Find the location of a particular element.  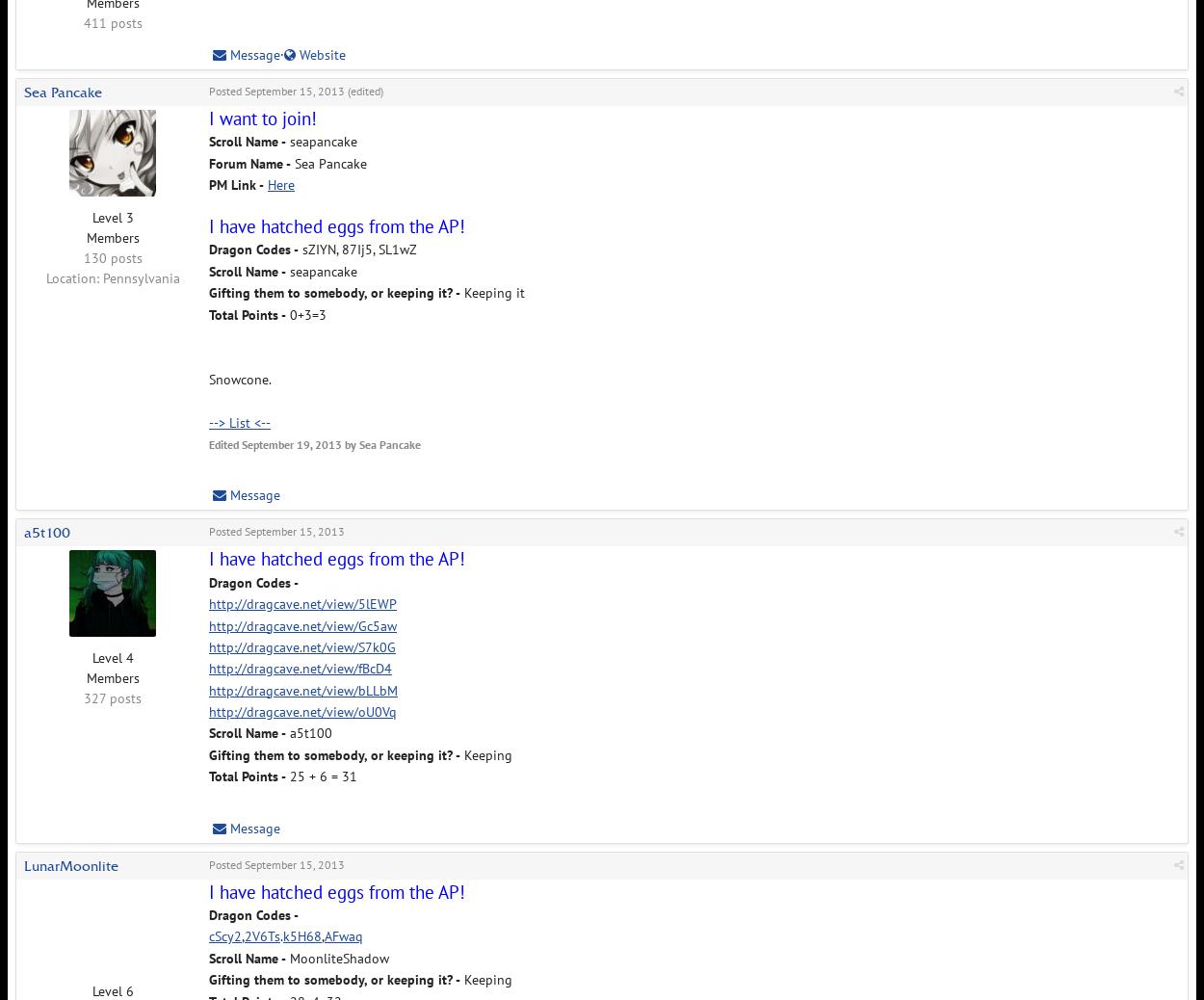

'http://dragcave.net/view/oU0Vq' is located at coordinates (301, 710).